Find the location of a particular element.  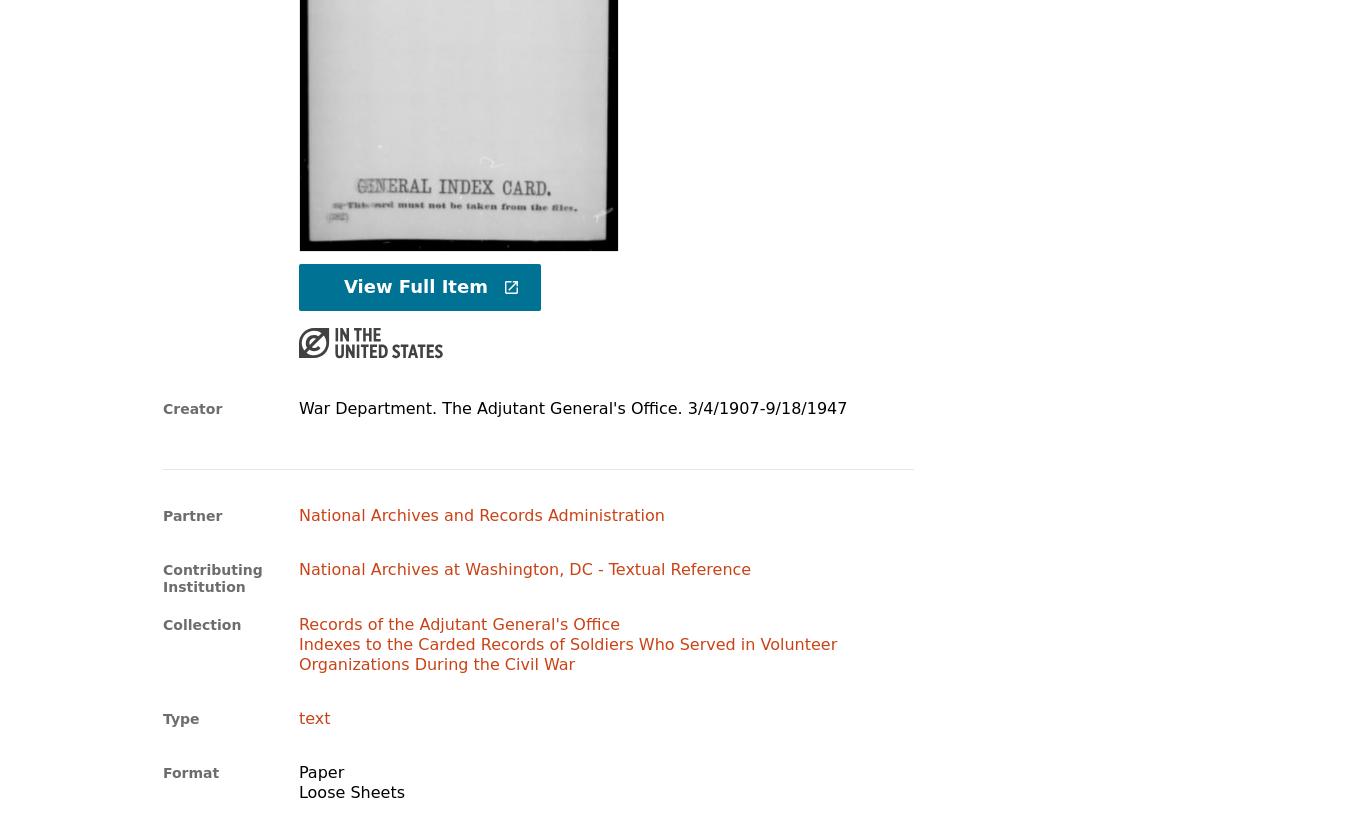

'Indexes to the Carded Records of Soldiers Who Served in Volunteer Organizations During the Civil War' is located at coordinates (567, 653).